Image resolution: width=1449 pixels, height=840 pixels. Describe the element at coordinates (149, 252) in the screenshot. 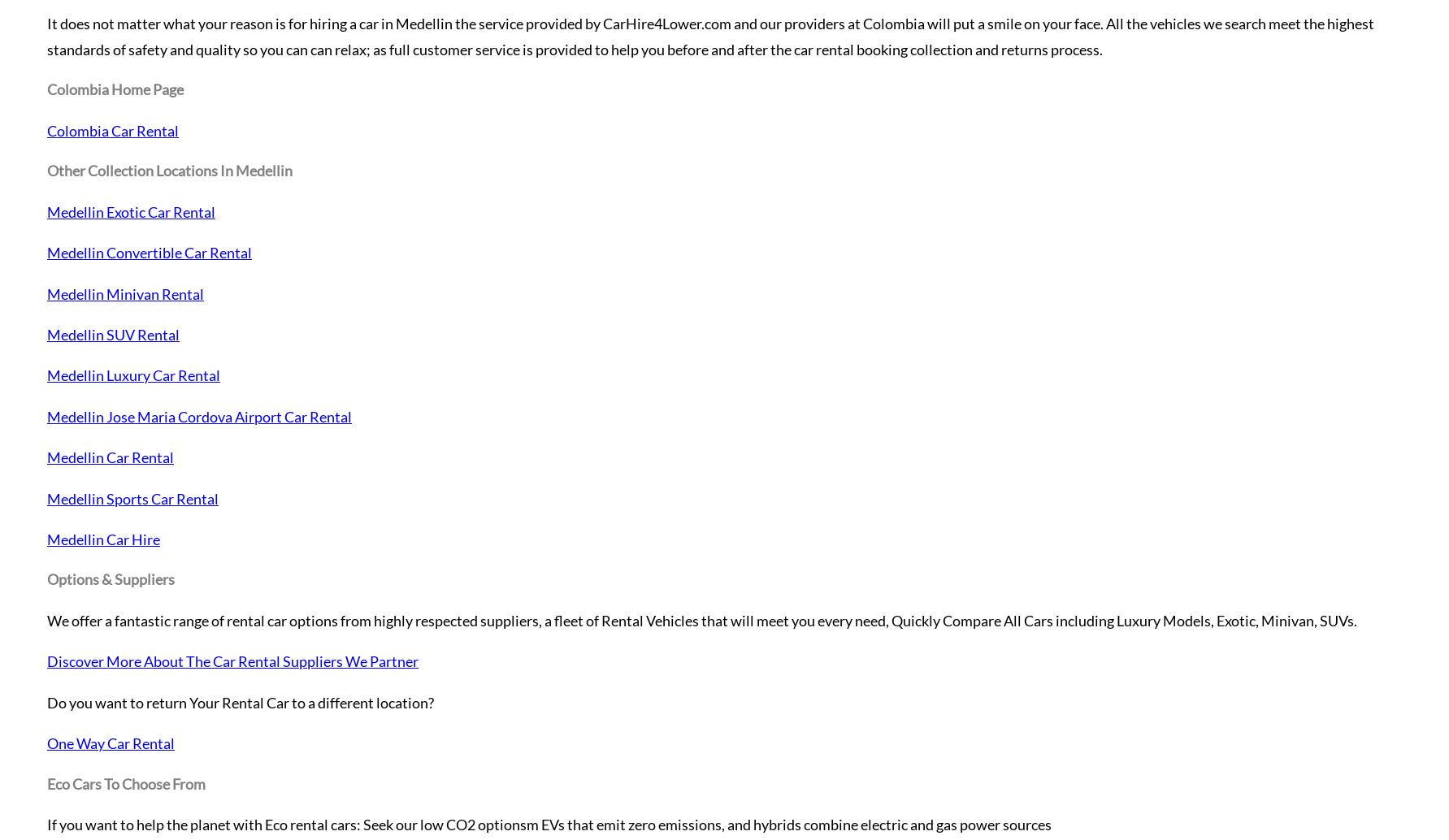

I see `'Medellin Convertible Car Rental'` at that location.